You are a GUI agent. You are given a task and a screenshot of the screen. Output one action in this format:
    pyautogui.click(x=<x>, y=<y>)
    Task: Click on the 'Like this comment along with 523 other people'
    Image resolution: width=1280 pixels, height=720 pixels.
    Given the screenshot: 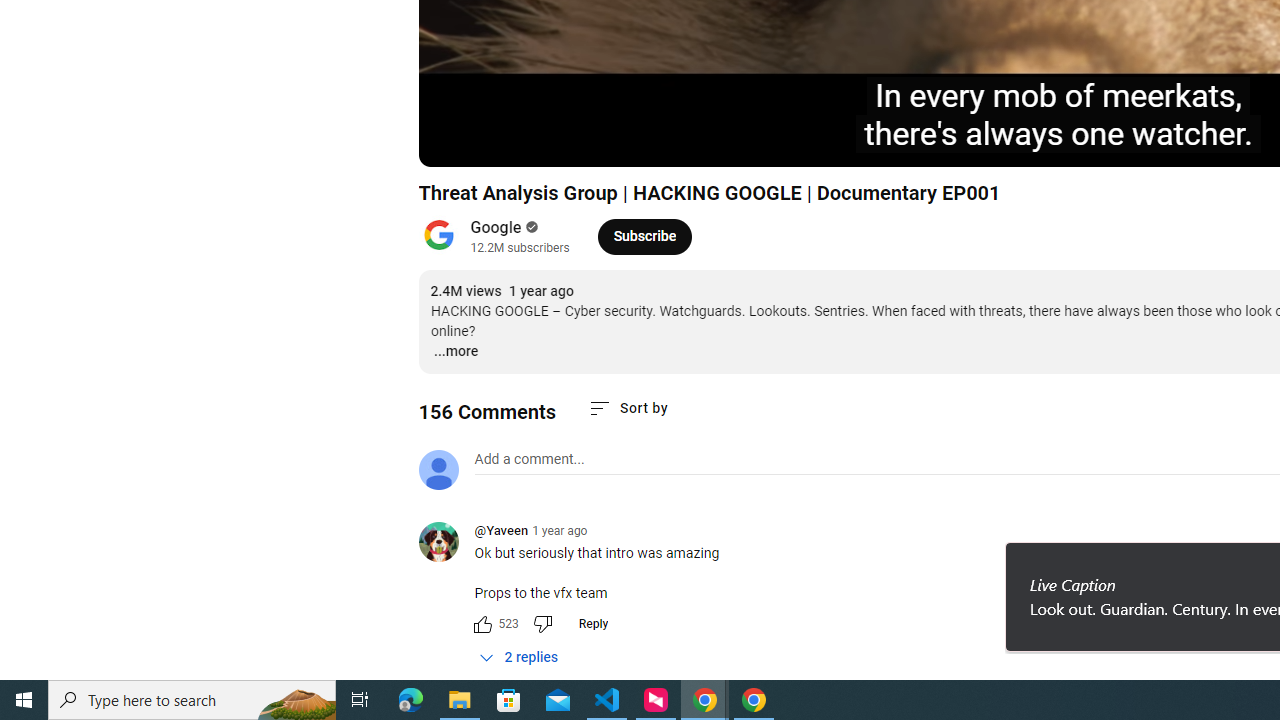 What is the action you would take?
    pyautogui.click(x=482, y=622)
    